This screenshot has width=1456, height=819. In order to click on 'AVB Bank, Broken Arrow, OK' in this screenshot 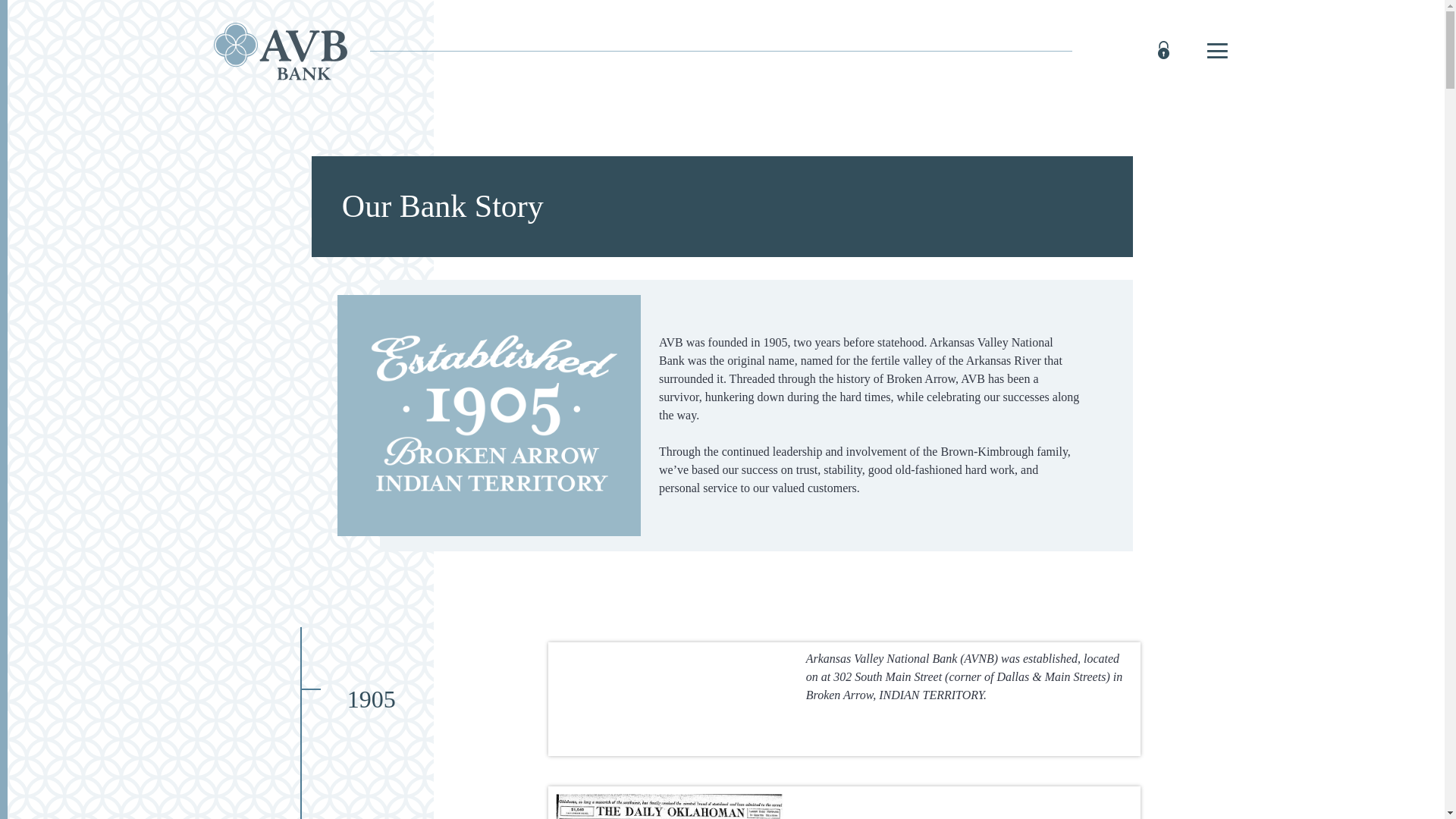, I will do `click(280, 51)`.